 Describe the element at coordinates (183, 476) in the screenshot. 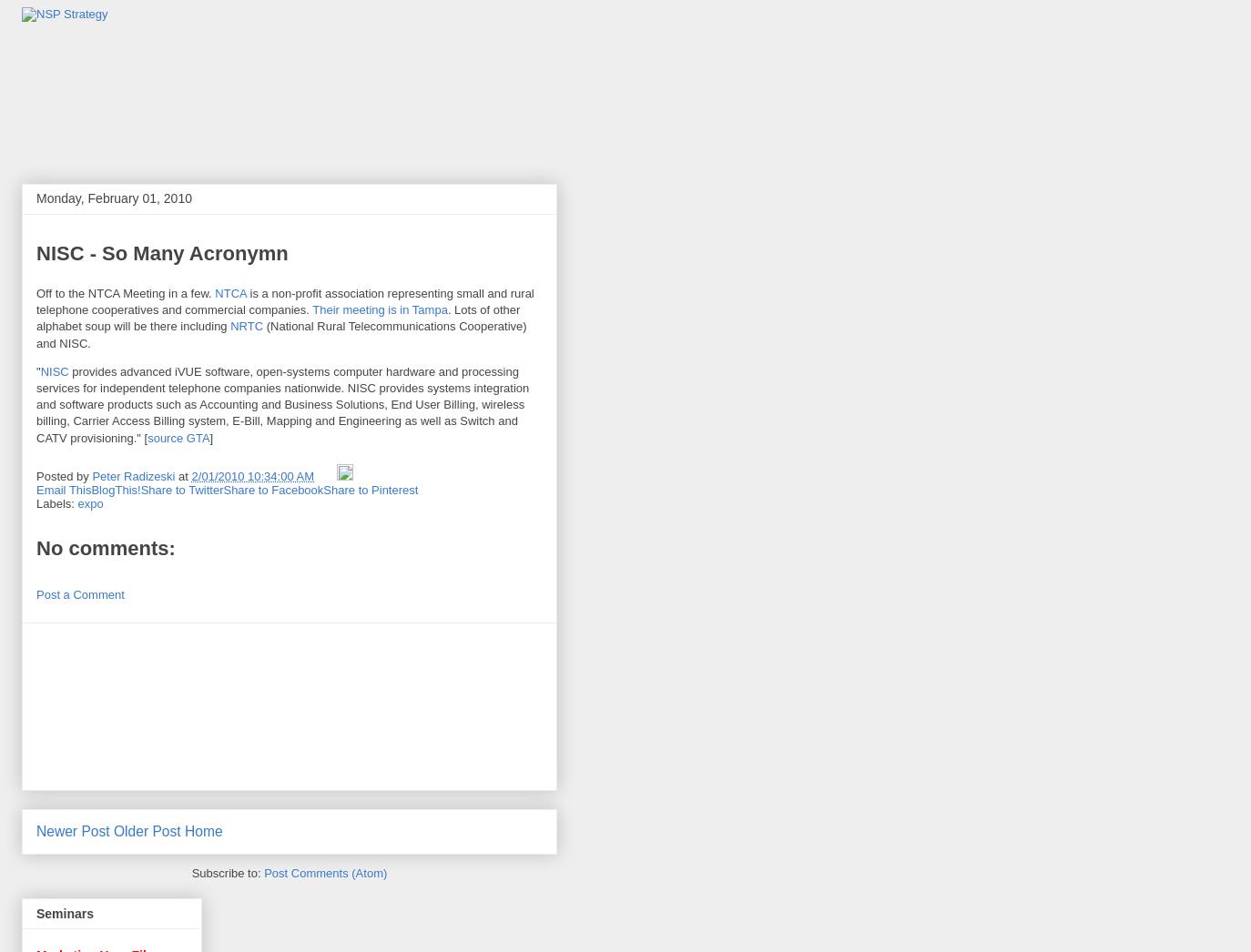

I see `'at'` at that location.